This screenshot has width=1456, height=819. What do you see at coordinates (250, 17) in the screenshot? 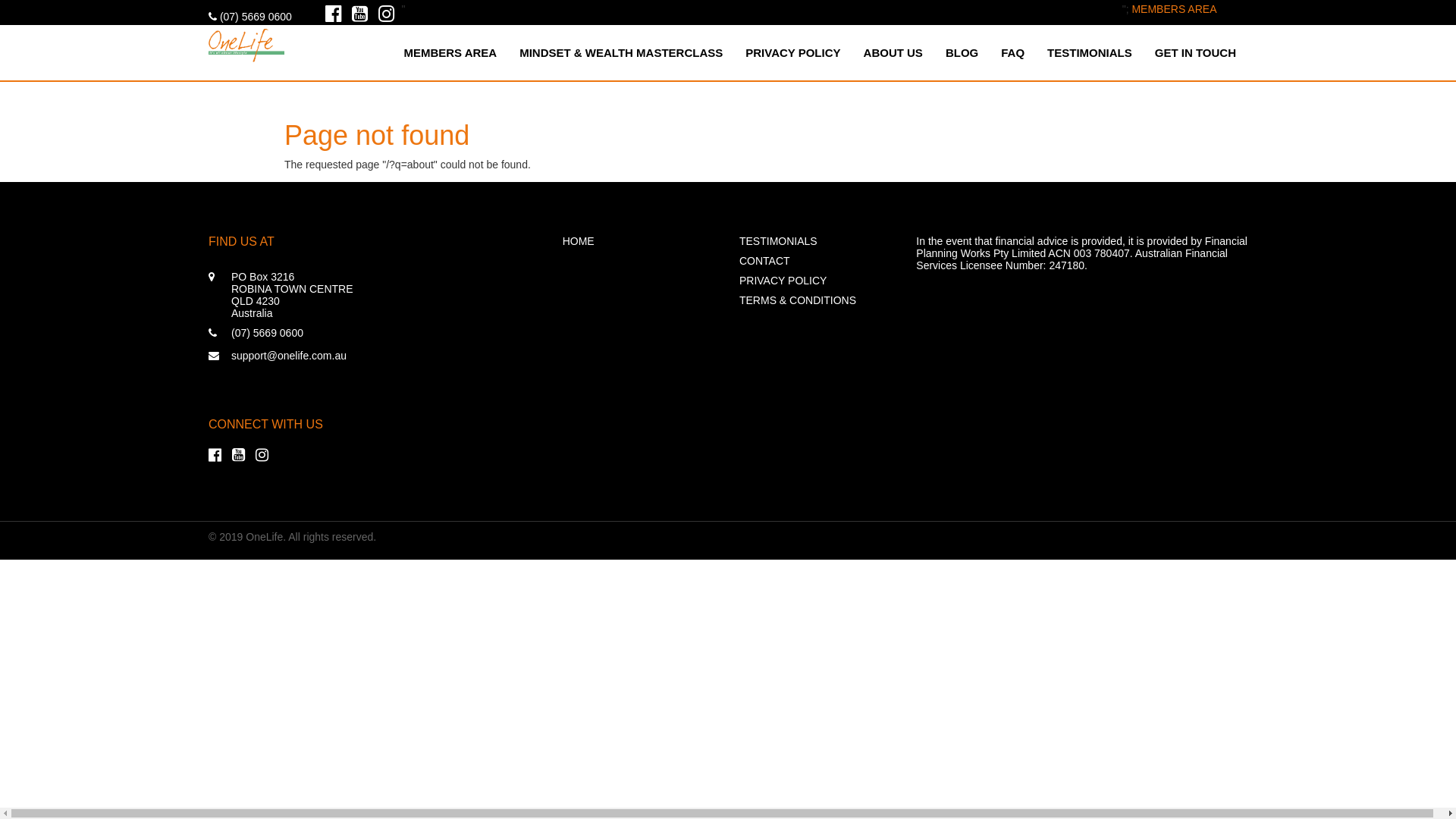
I see `'(07) 5669 0600'` at bounding box center [250, 17].